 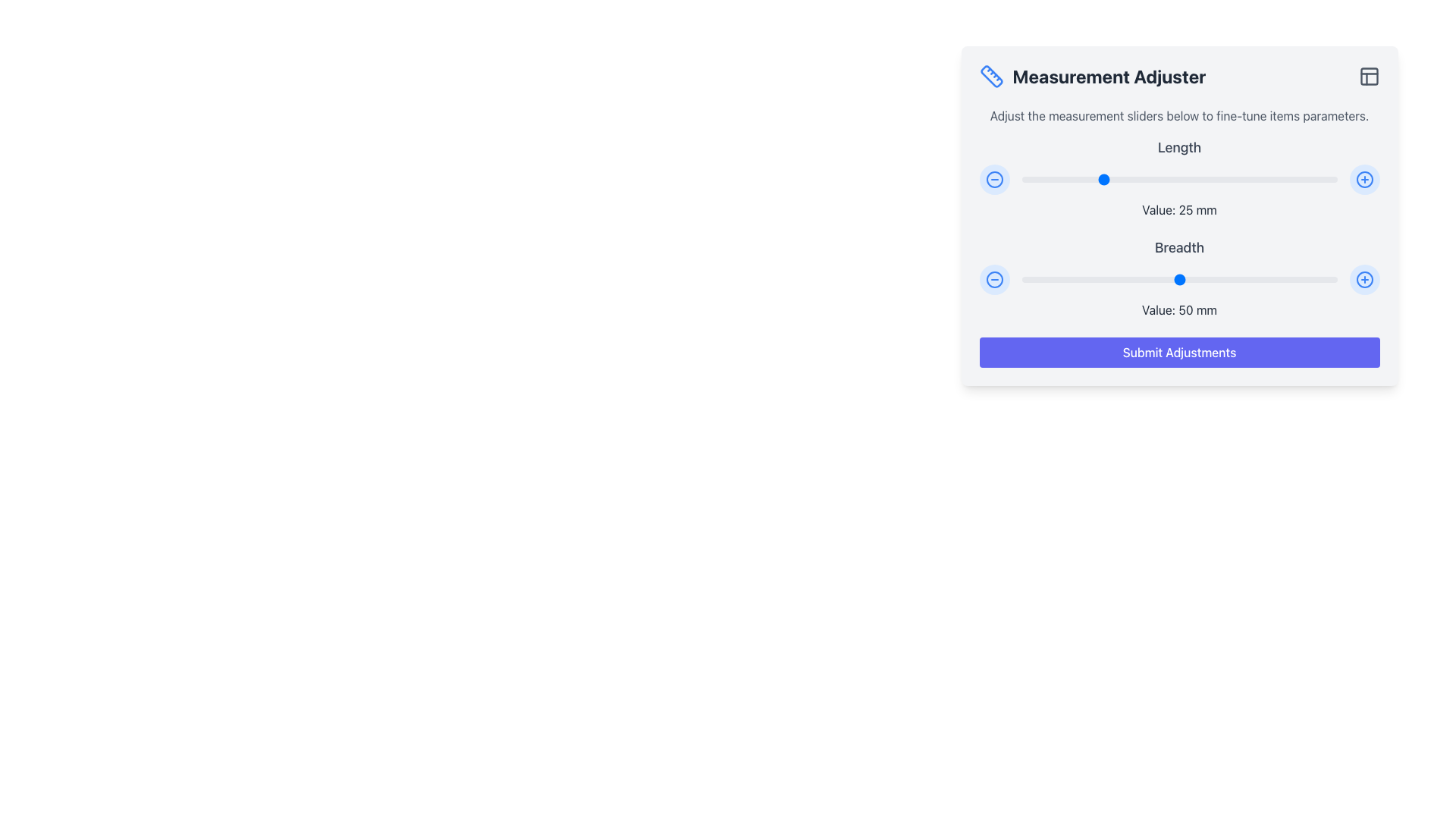 I want to click on the 'Submit Adjustments' button, which is a rectangular button with rounded corners and a blue background located at the bottom of the 'Measurement Adjuster' panel, so click(x=1178, y=353).